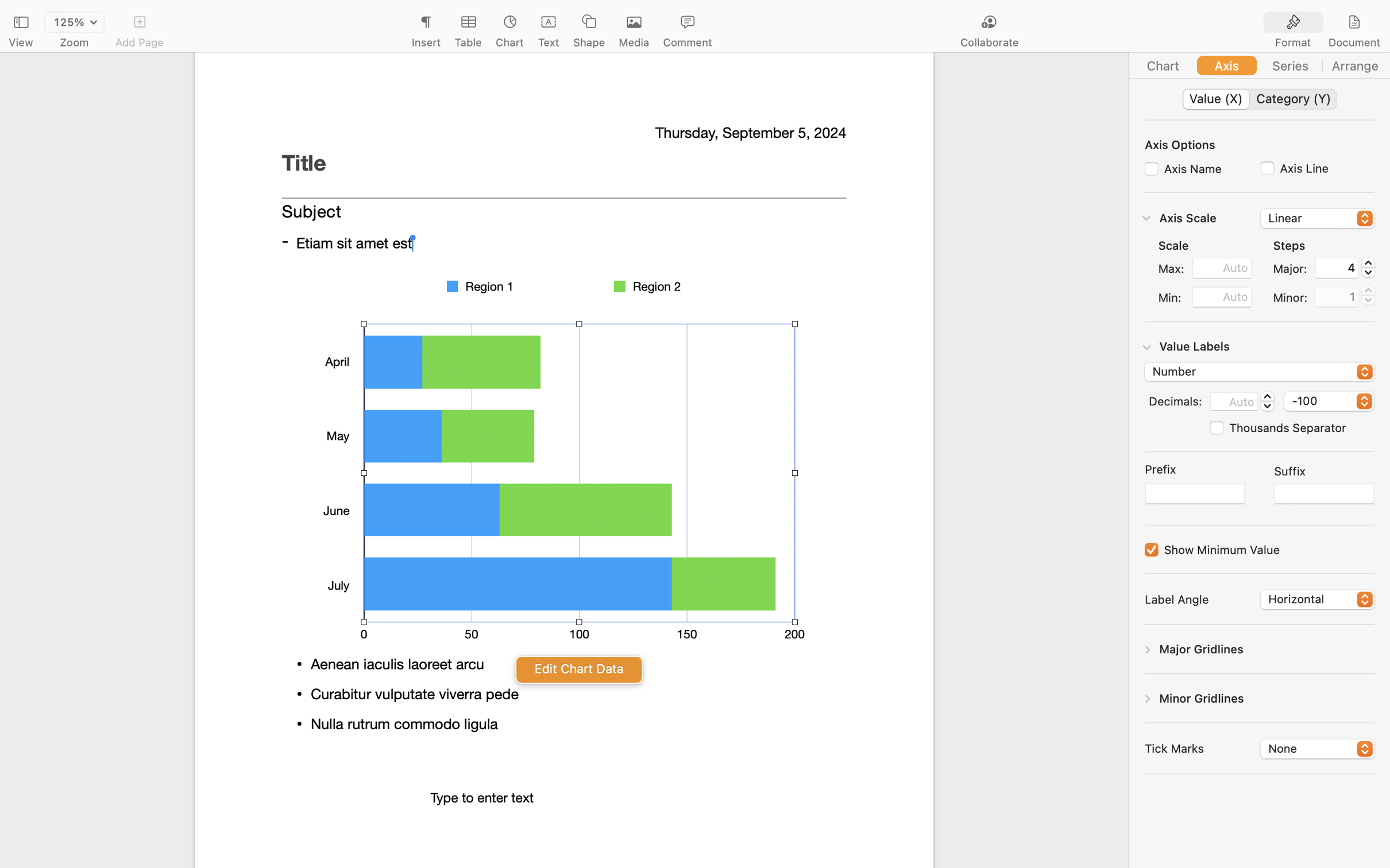  Describe the element at coordinates (1267, 400) in the screenshot. I see `'0.0'` at that location.